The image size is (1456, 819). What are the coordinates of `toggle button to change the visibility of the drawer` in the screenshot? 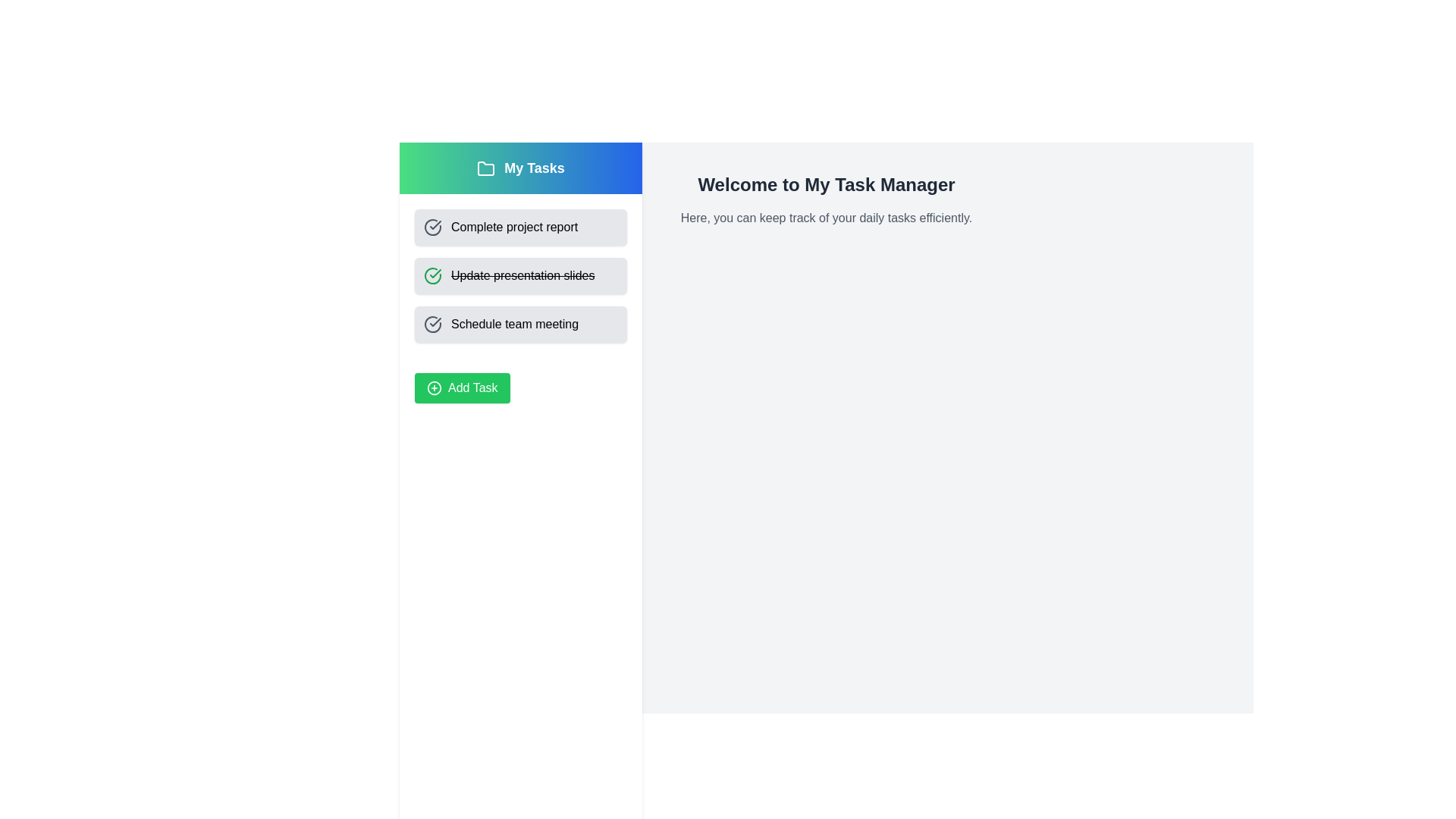 It's located at (432, 174).